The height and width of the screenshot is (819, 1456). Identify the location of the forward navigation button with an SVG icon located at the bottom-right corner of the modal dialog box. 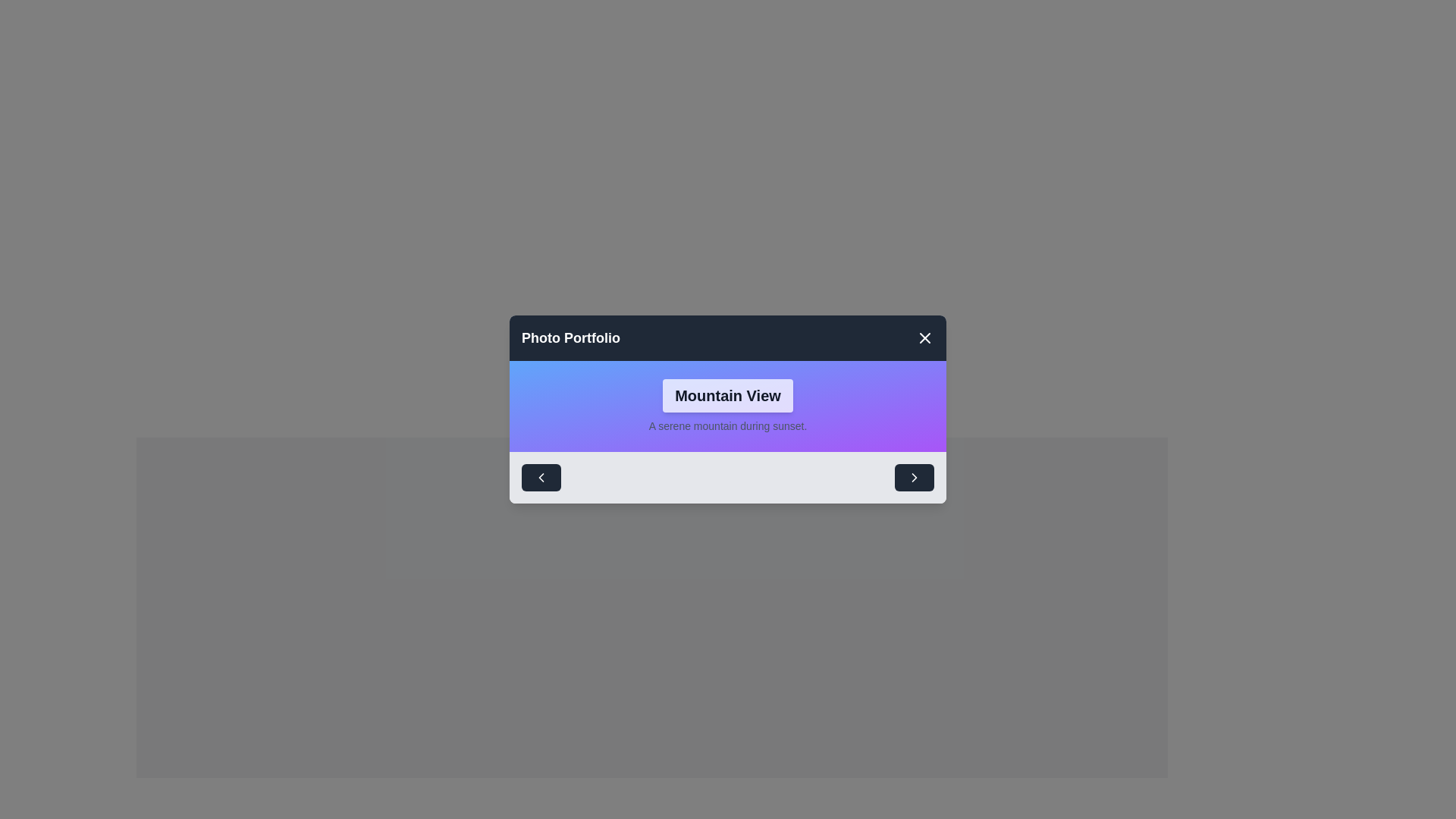
(913, 476).